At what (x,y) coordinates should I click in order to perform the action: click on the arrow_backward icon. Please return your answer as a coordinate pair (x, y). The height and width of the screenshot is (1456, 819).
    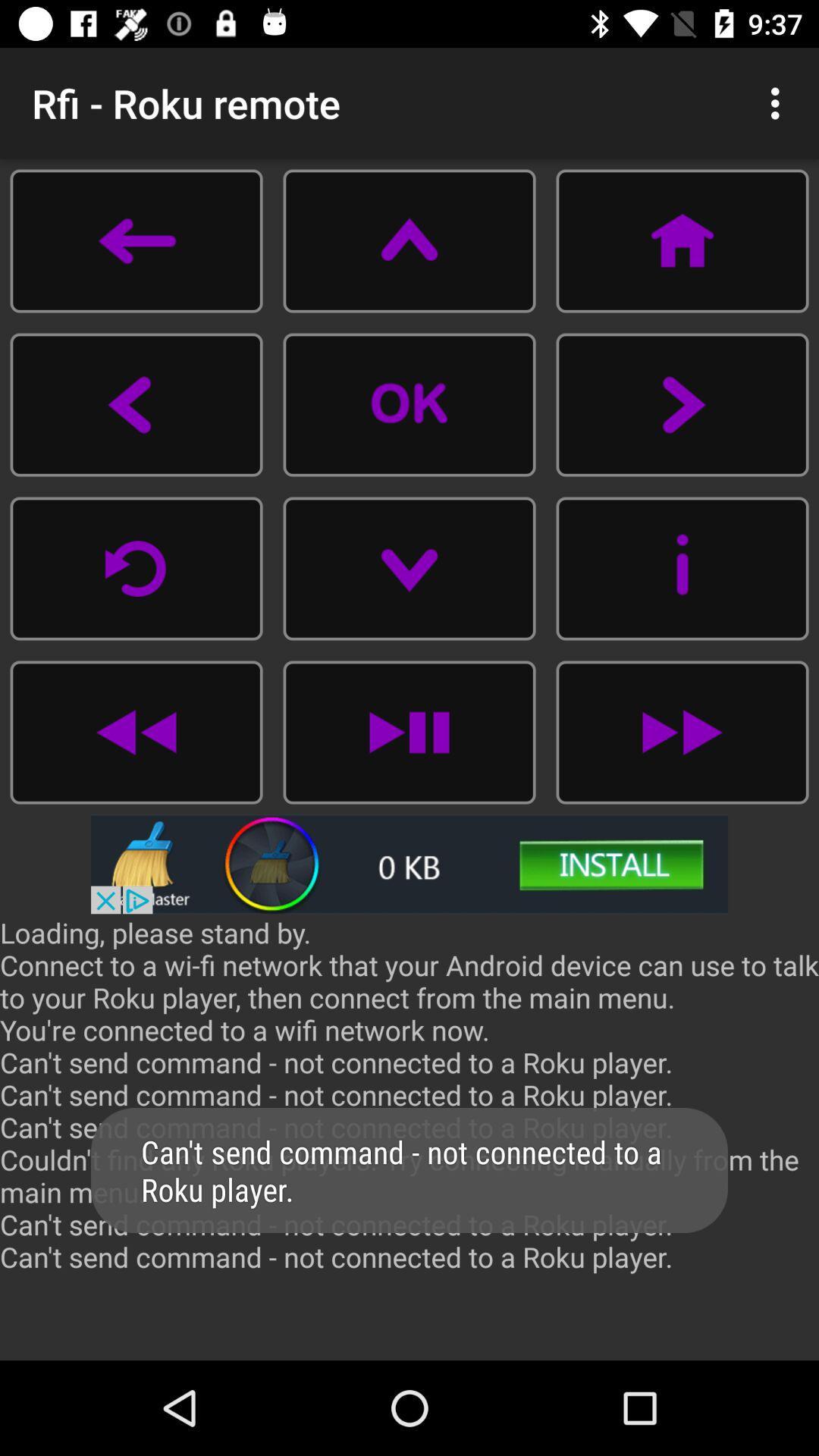
    Looking at the image, I should click on (136, 404).